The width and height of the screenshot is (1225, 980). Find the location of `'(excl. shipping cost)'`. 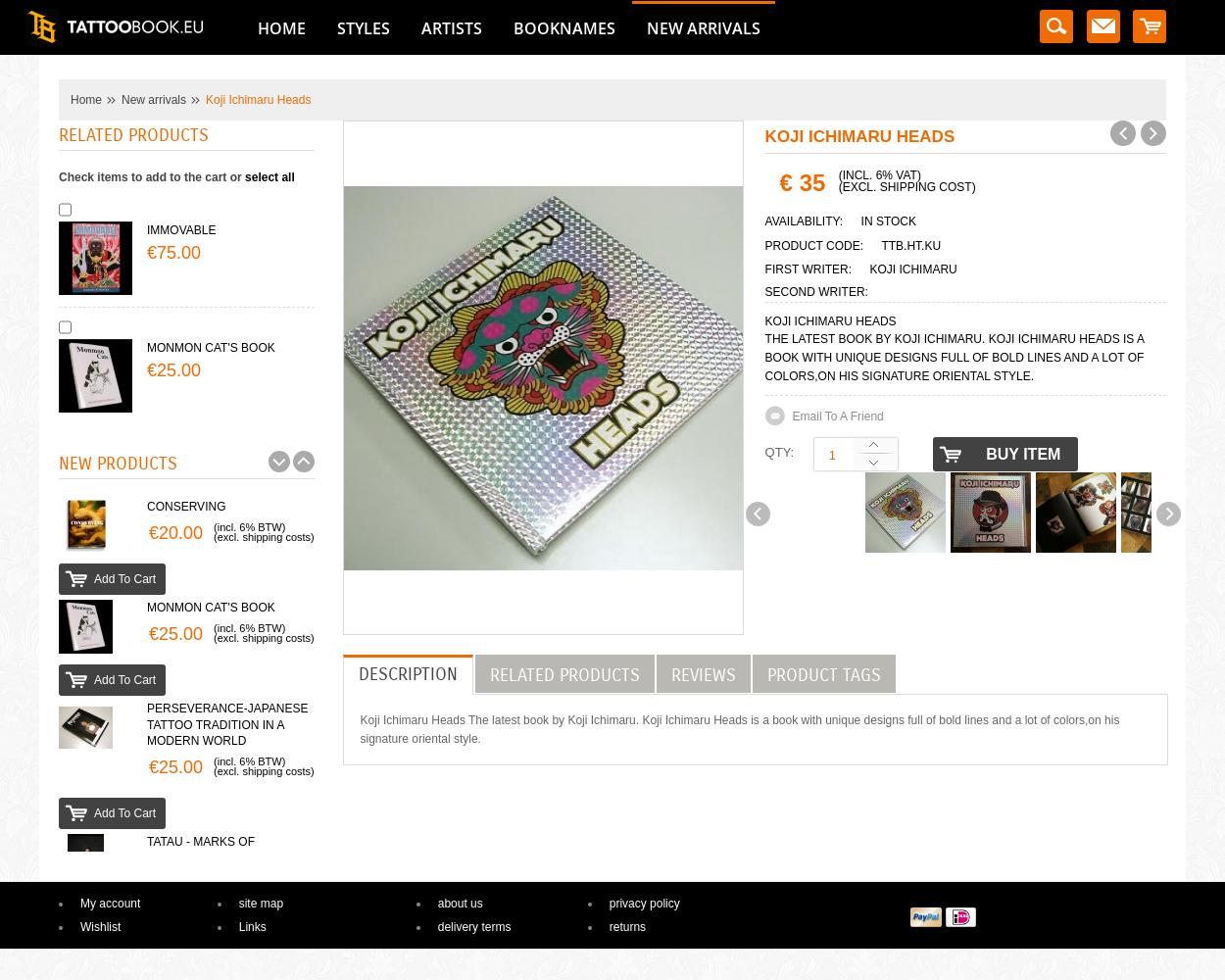

'(excl. shipping cost)' is located at coordinates (906, 186).